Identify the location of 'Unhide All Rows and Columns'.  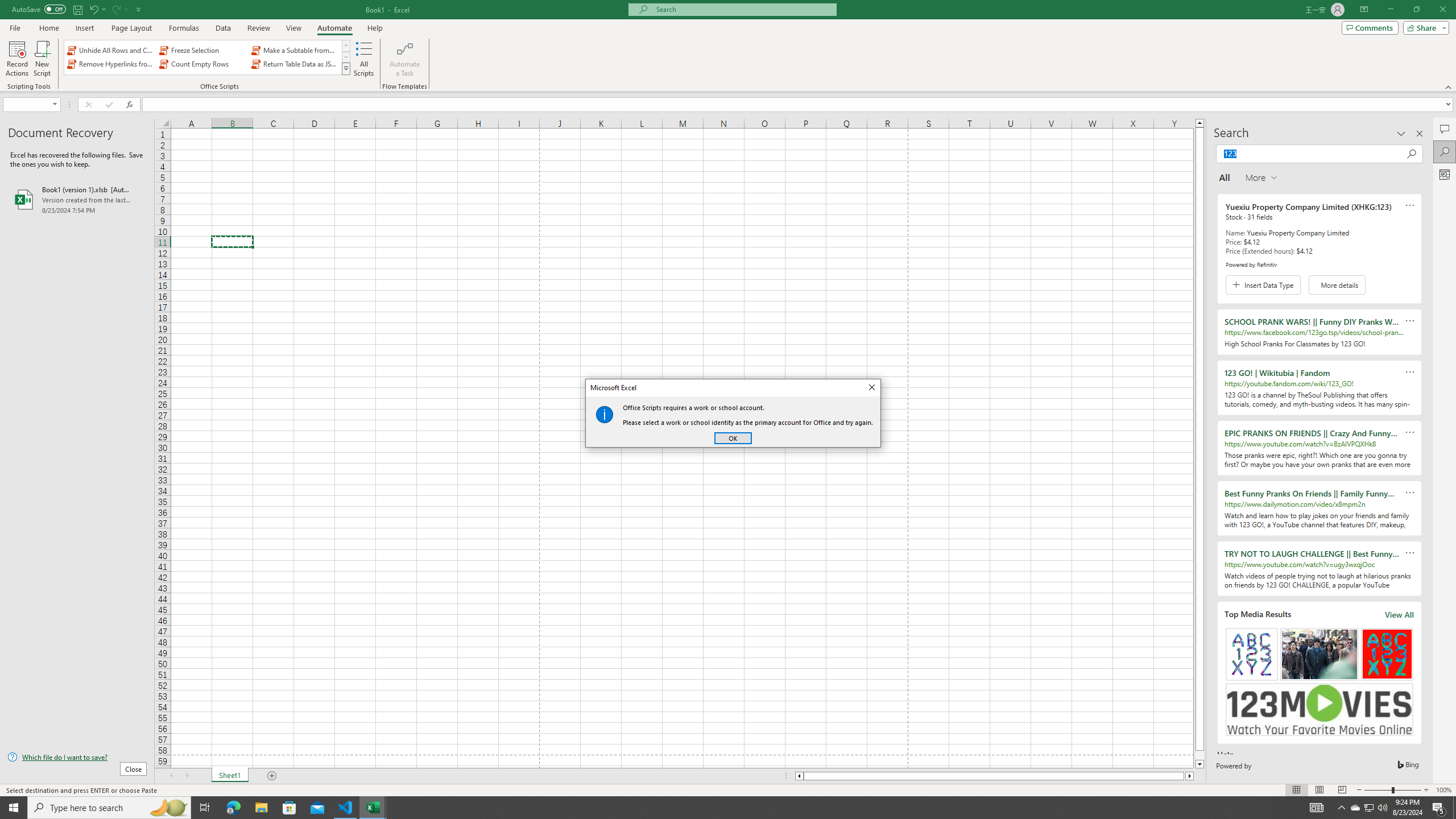
(111, 50).